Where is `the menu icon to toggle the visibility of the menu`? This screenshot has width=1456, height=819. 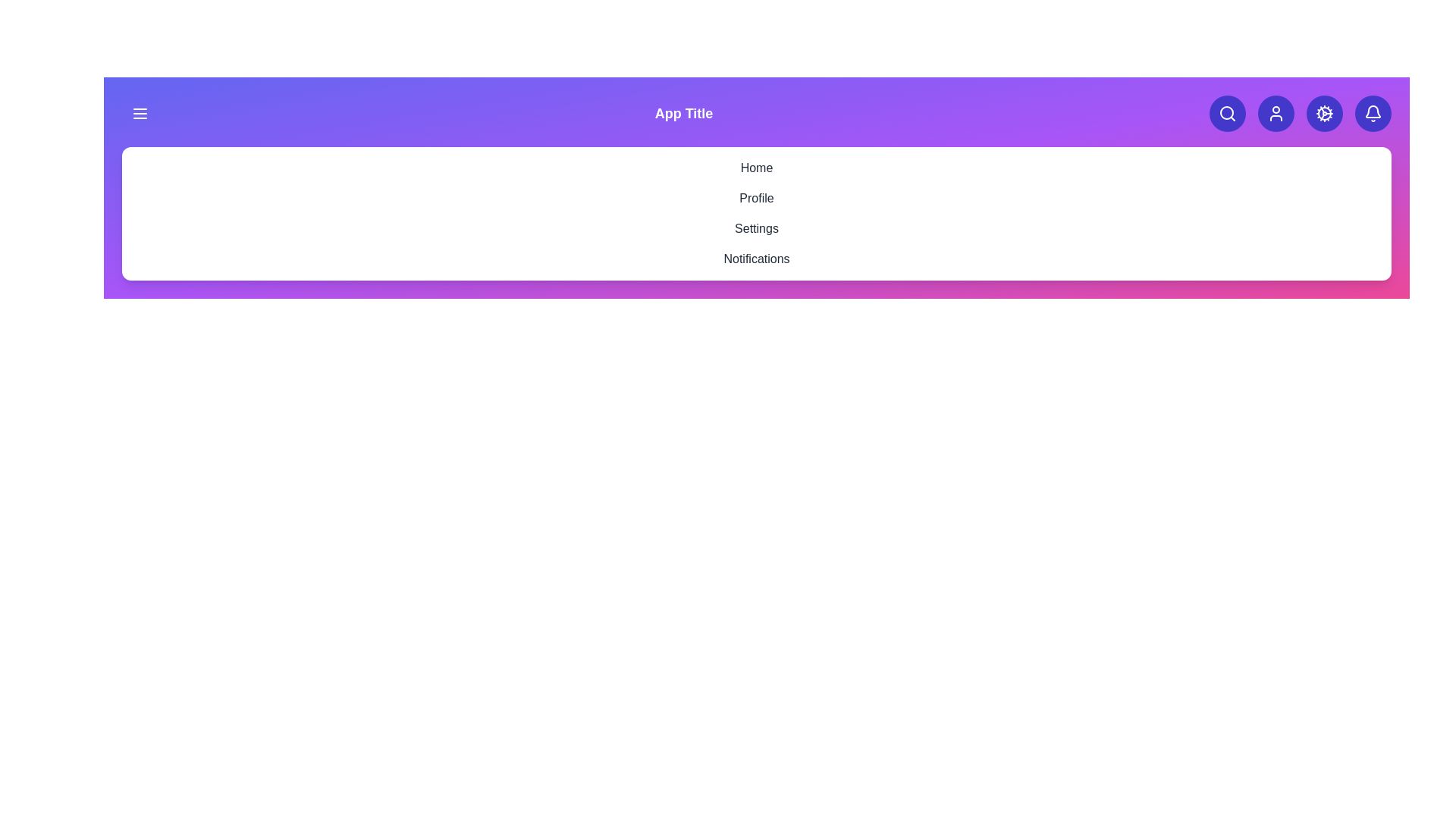
the menu icon to toggle the visibility of the menu is located at coordinates (140, 113).